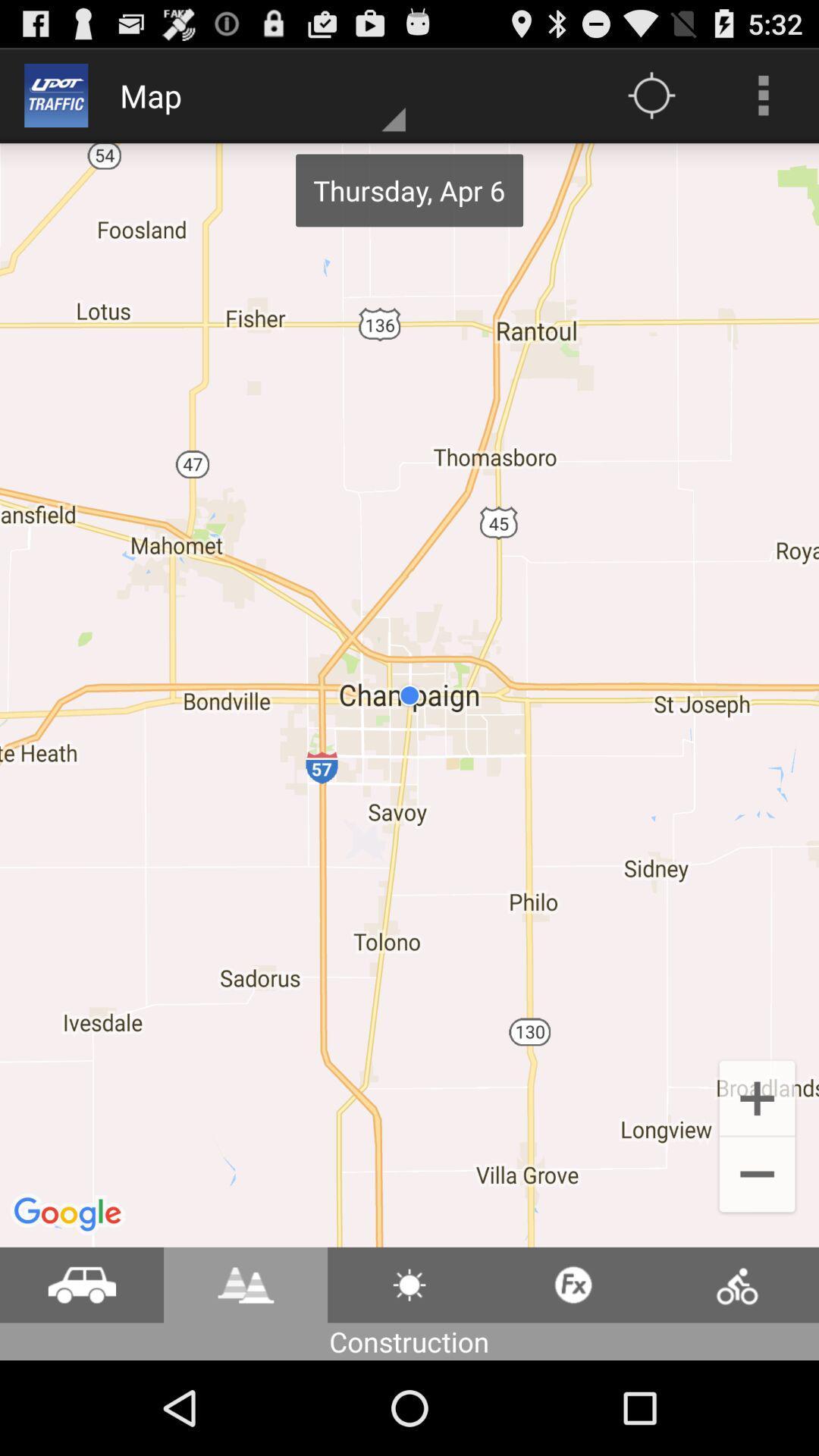 Image resolution: width=819 pixels, height=1456 pixels. Describe the element at coordinates (736, 1284) in the screenshot. I see `opens up biking options` at that location.